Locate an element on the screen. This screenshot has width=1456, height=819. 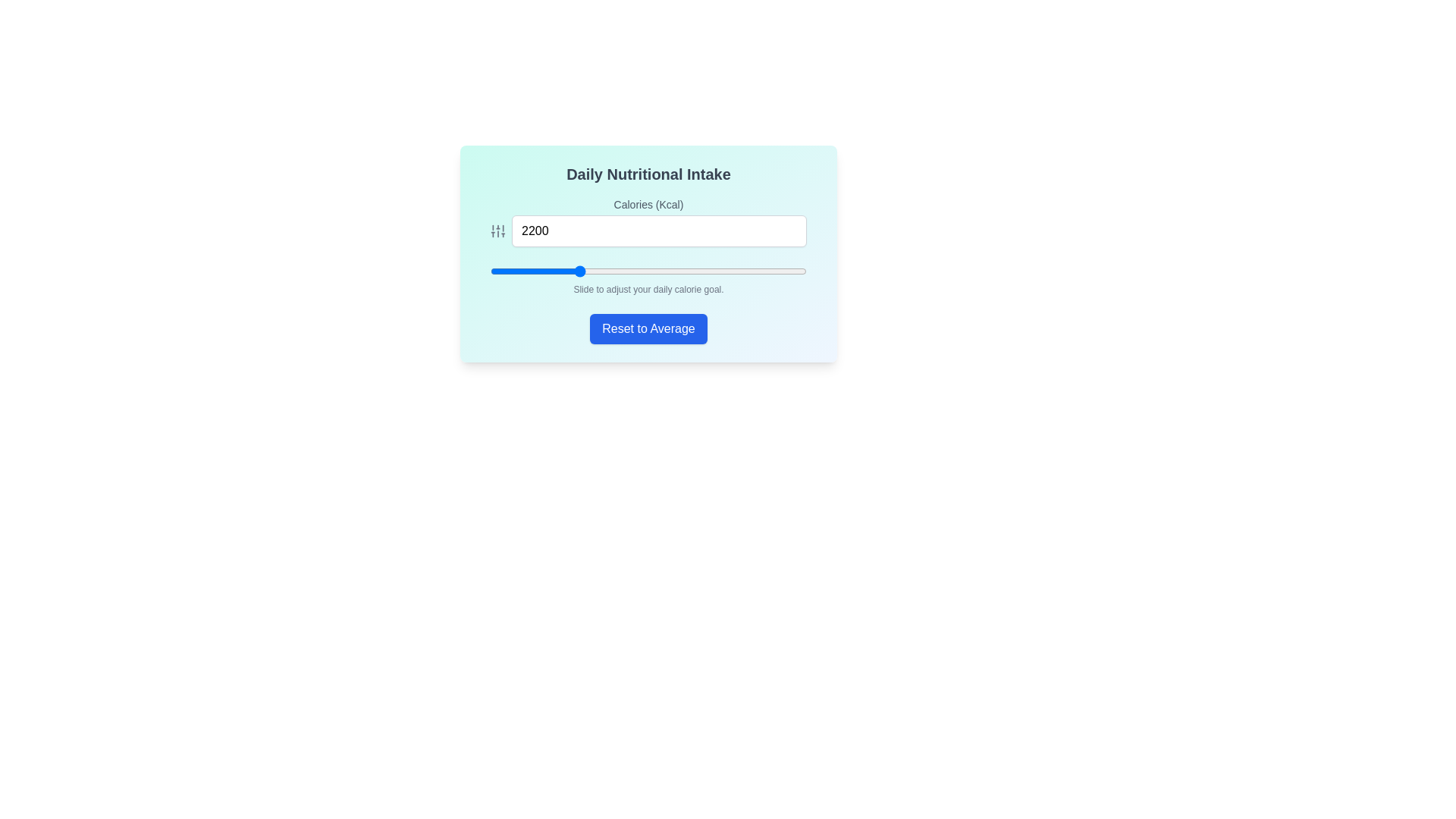
the calorie goal is located at coordinates (791, 271).